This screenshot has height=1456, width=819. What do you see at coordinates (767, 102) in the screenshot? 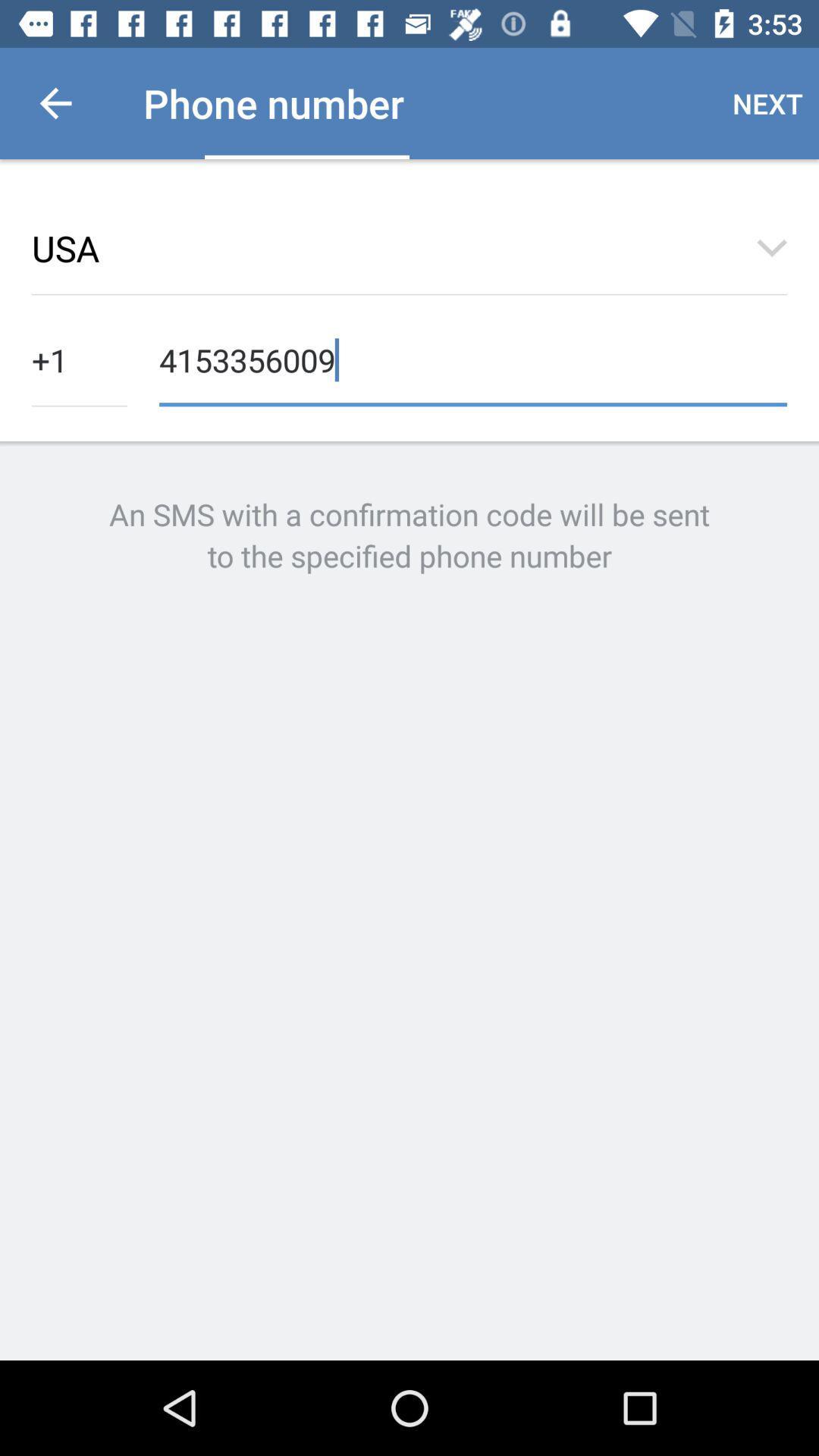
I see `the icon to the right of the phone number icon` at bounding box center [767, 102].